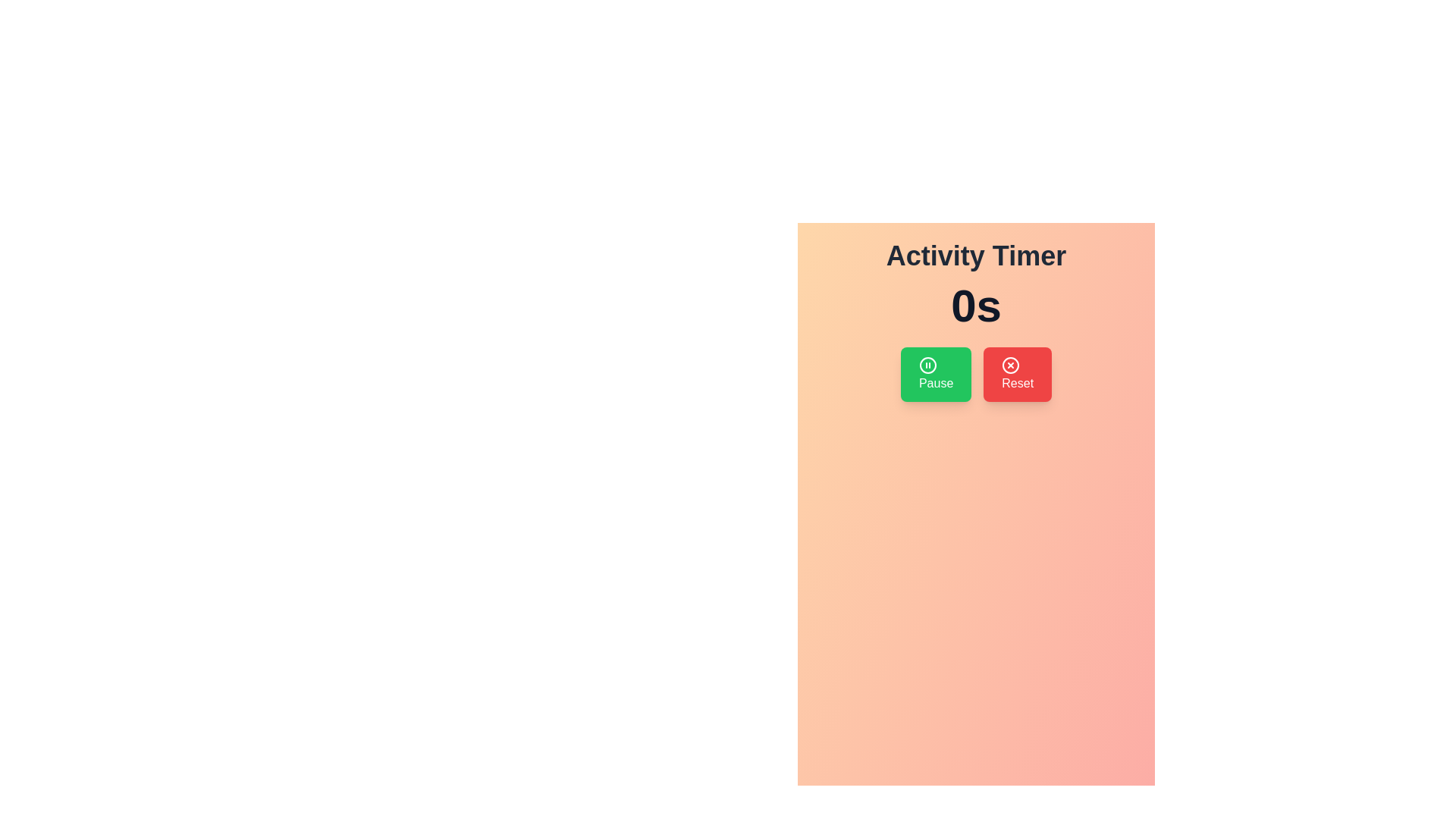 This screenshot has height=819, width=1456. Describe the element at coordinates (1018, 374) in the screenshot. I see `the 'Reset' button` at that location.